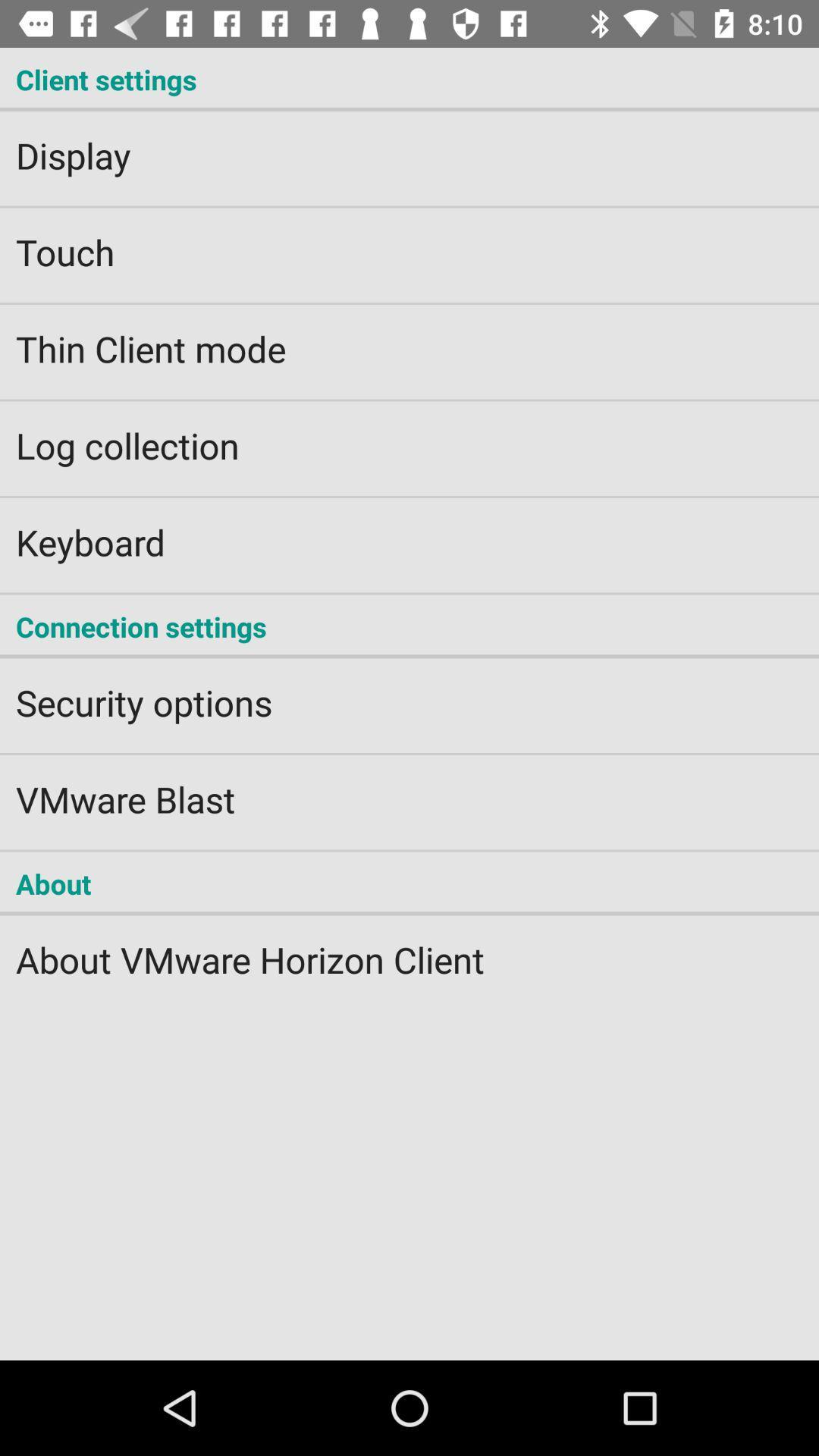 The width and height of the screenshot is (819, 1456). I want to click on the keyboard item, so click(409, 532).